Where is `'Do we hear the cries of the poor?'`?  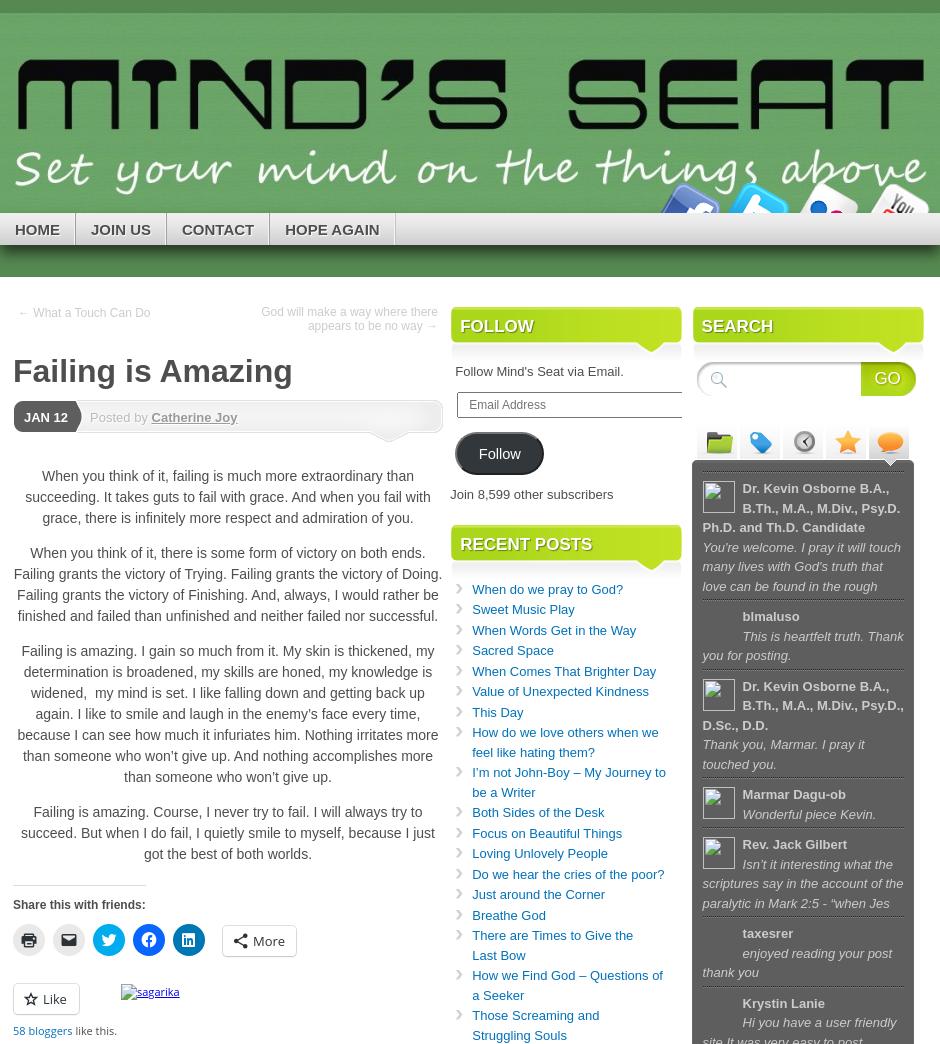 'Do we hear the cries of the poor?' is located at coordinates (568, 873).